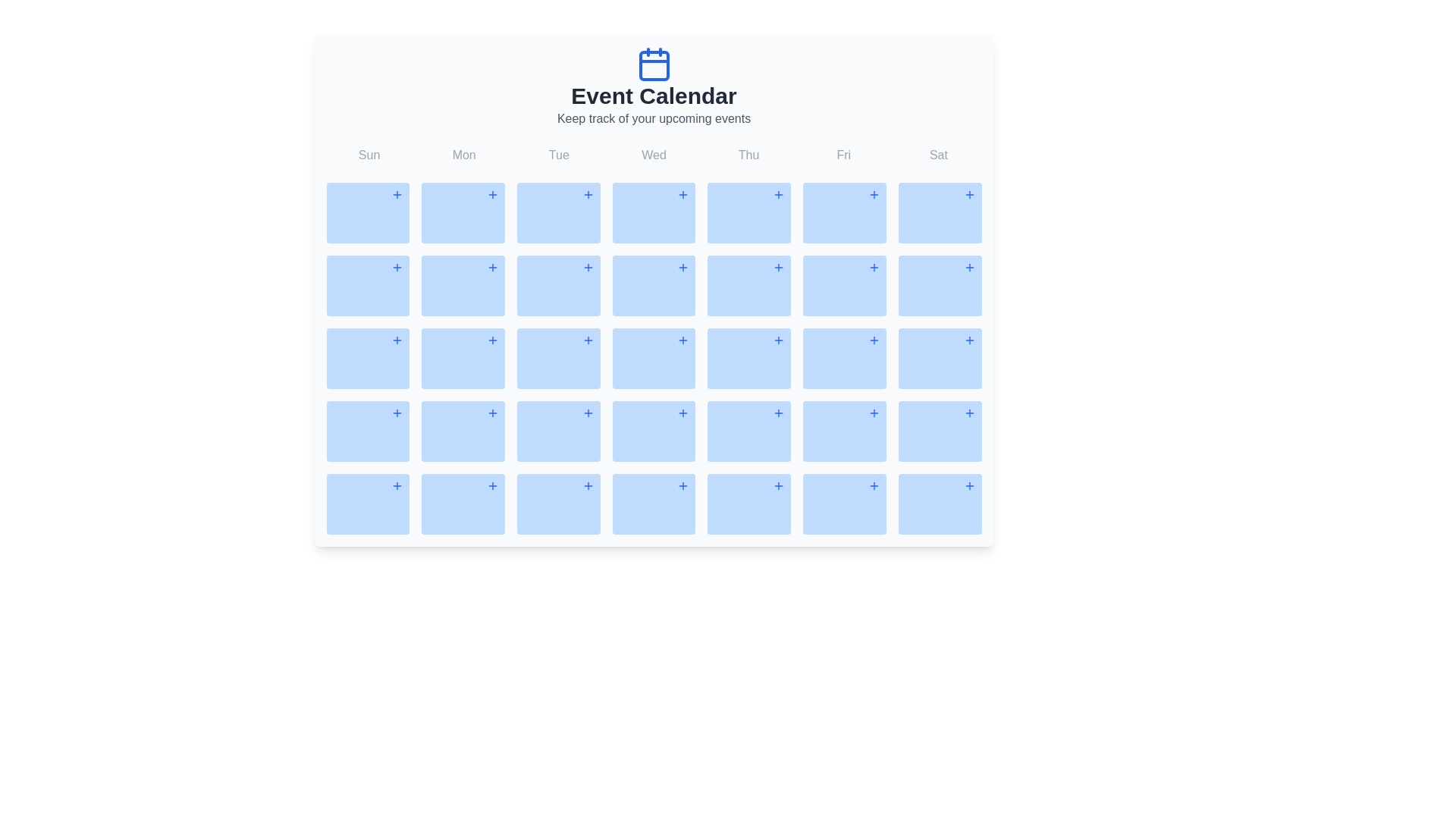 Image resolution: width=1456 pixels, height=819 pixels. What do you see at coordinates (968, 339) in the screenshot?
I see `the small square button with a blue plus icon located` at bounding box center [968, 339].